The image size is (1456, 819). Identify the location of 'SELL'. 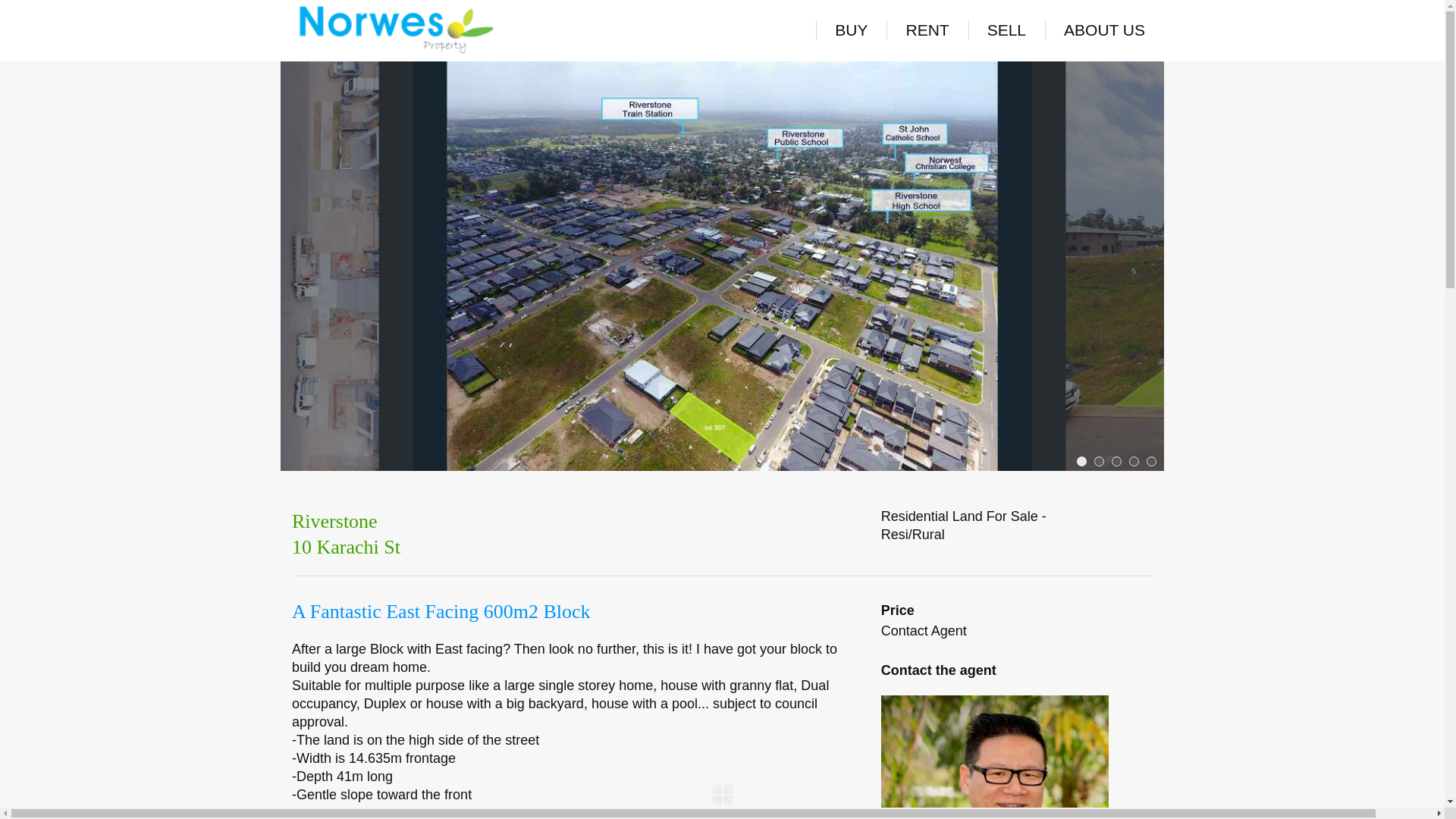
(1006, 30).